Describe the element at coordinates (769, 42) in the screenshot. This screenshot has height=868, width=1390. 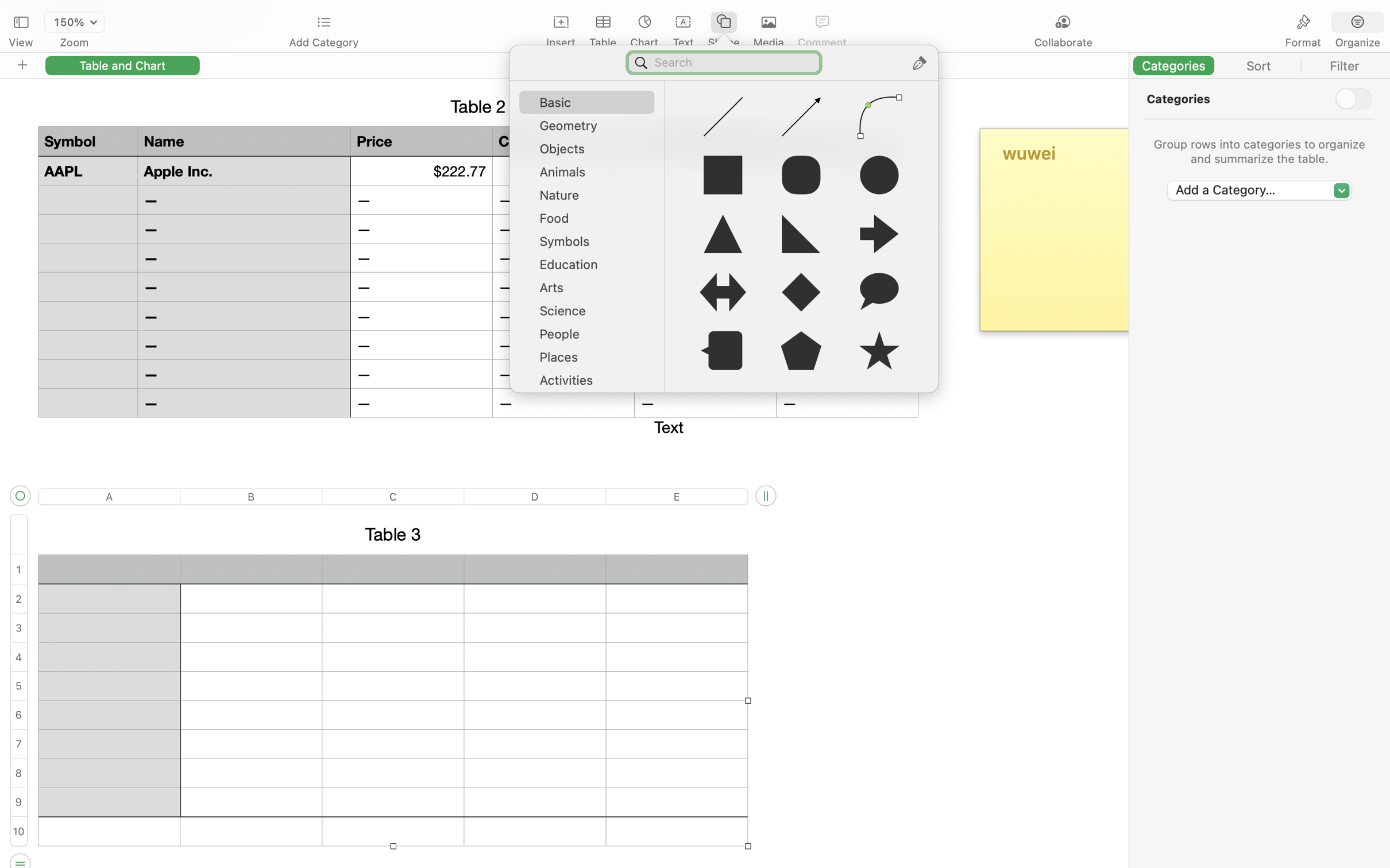
I see `'Media'` at that location.